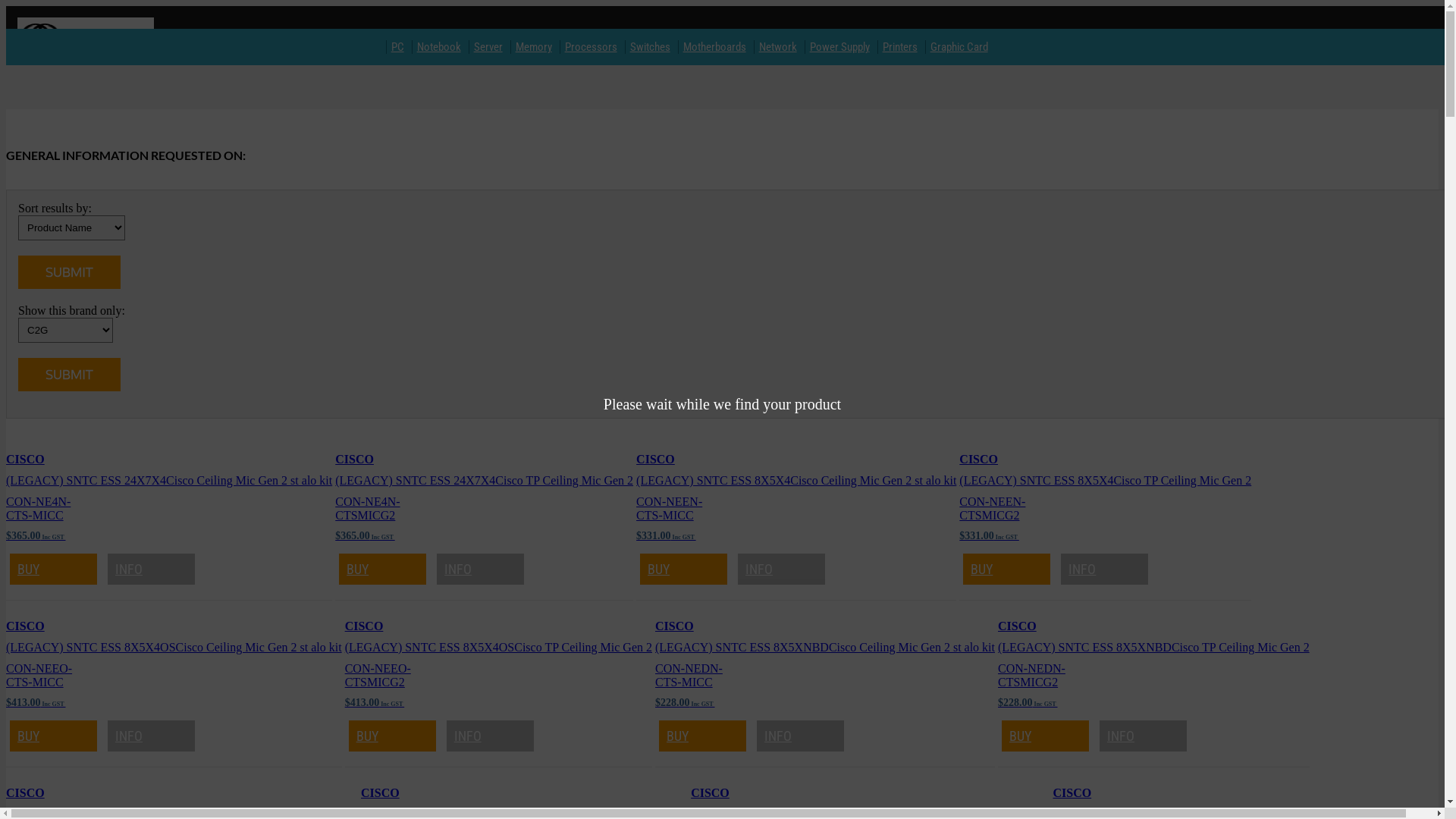 This screenshot has height=819, width=1456. What do you see at coordinates (666, 534) in the screenshot?
I see `'$331.00 Inc GST '` at bounding box center [666, 534].